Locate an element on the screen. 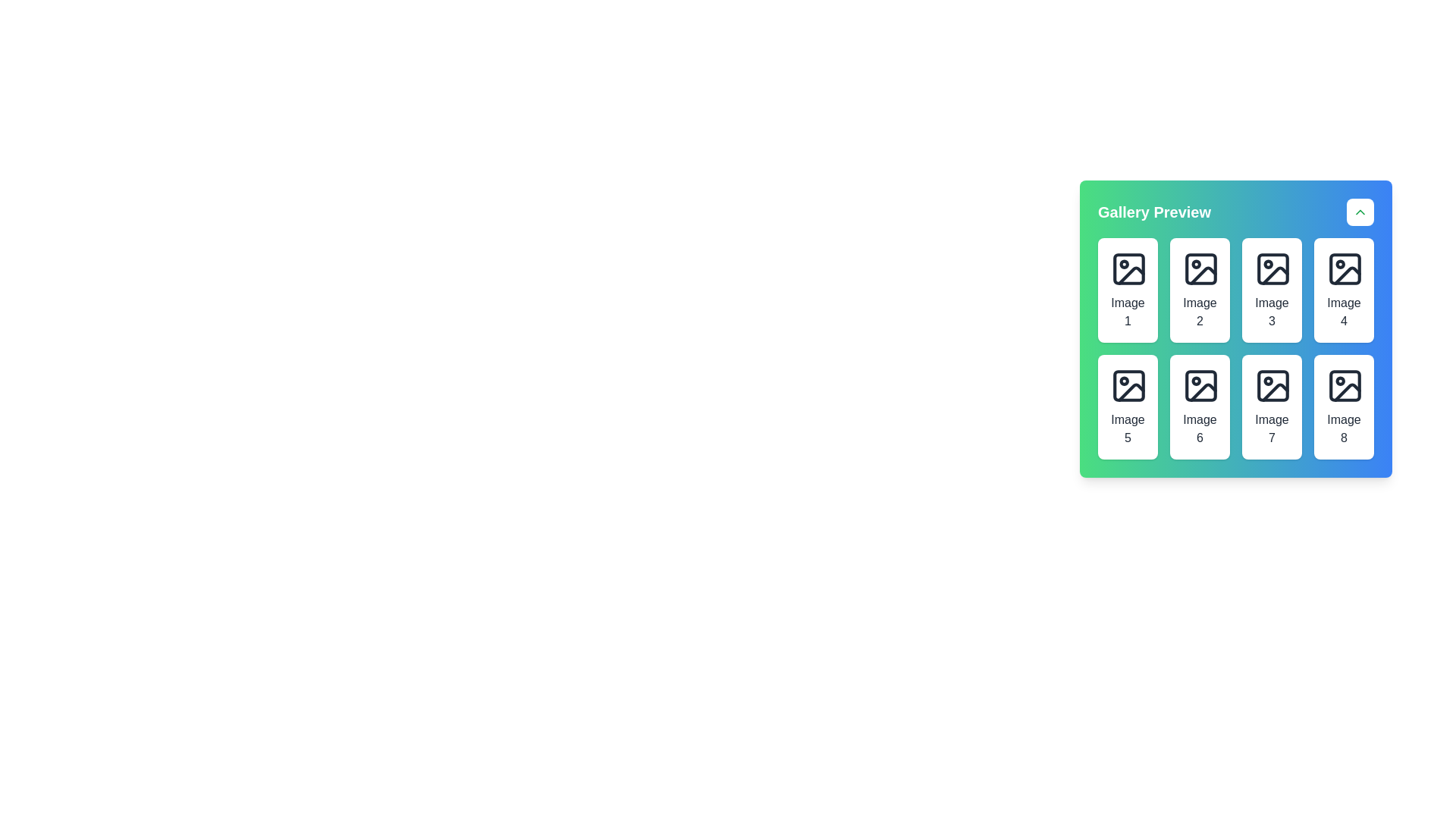  the Static text label displaying 'Image 3', which is located in the third card of a grid layout, directly below the image icon is located at coordinates (1272, 312).